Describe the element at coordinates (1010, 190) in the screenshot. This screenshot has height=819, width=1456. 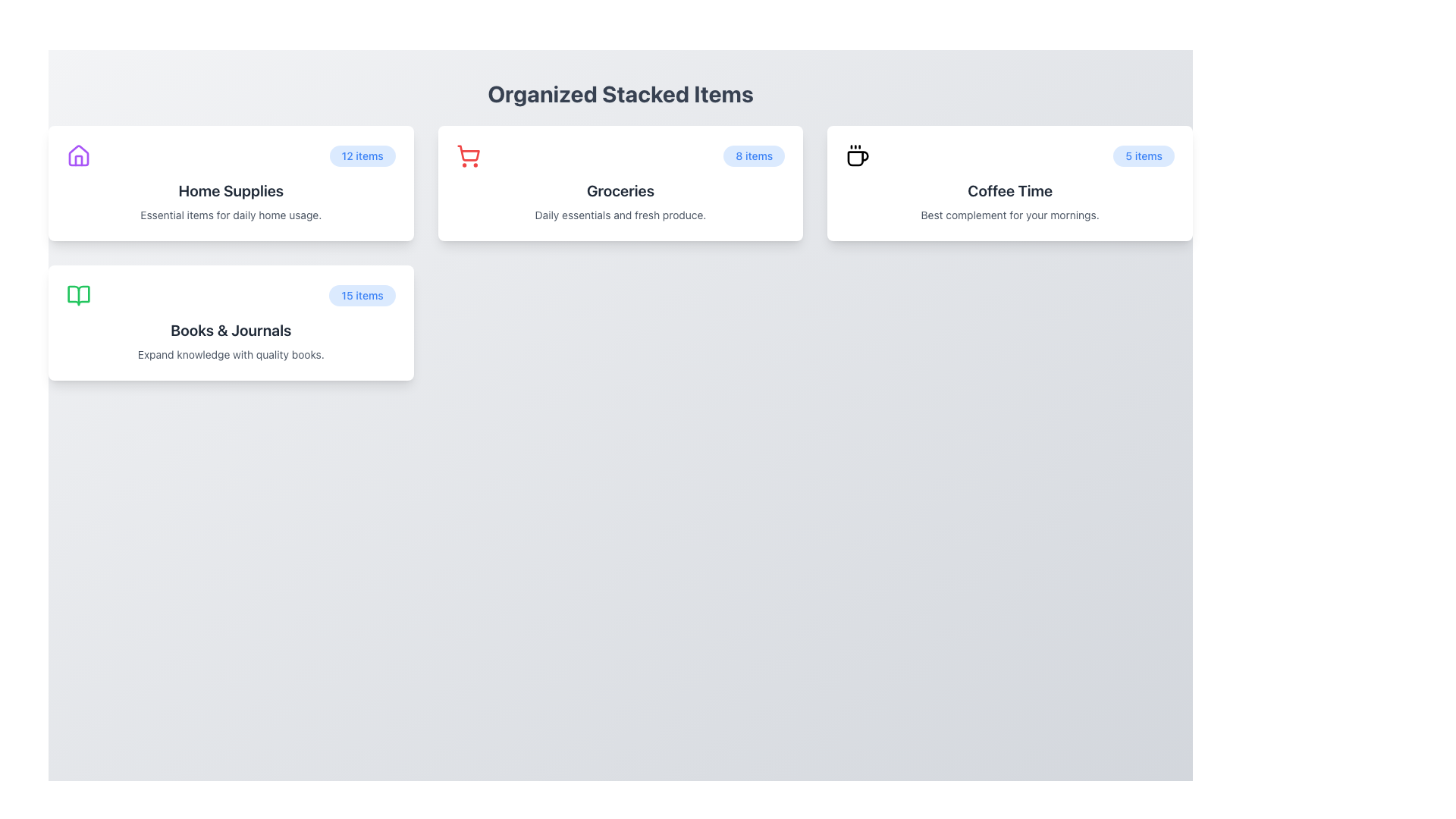
I see `the Text Label that serves as a title within its card, located at the top-right in a row of four cards, below the '5 items' label and above the subtitle, 'Best complement for your mornings.'` at that location.